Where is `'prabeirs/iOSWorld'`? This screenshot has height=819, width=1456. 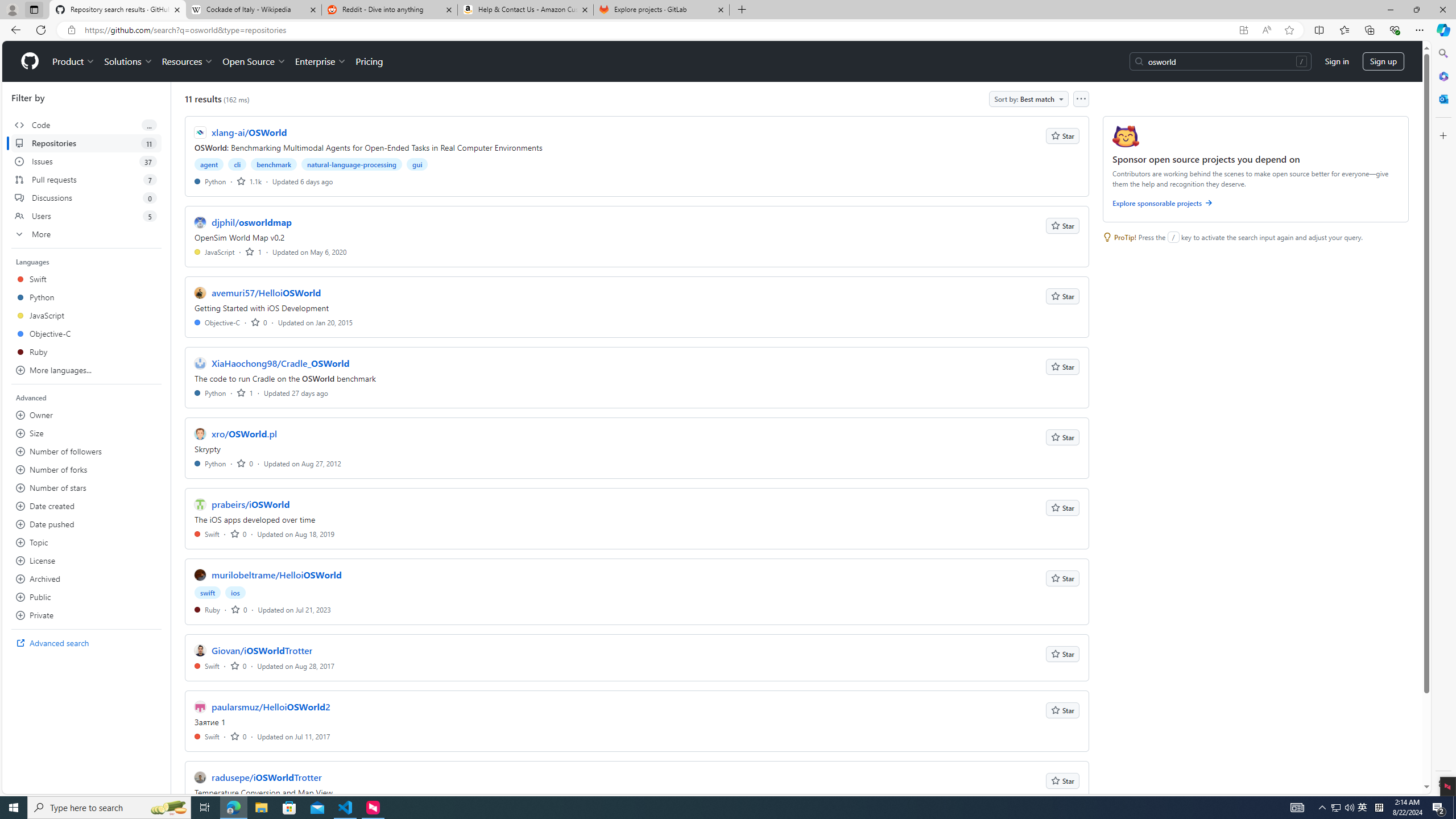
'prabeirs/iOSWorld' is located at coordinates (250, 504).